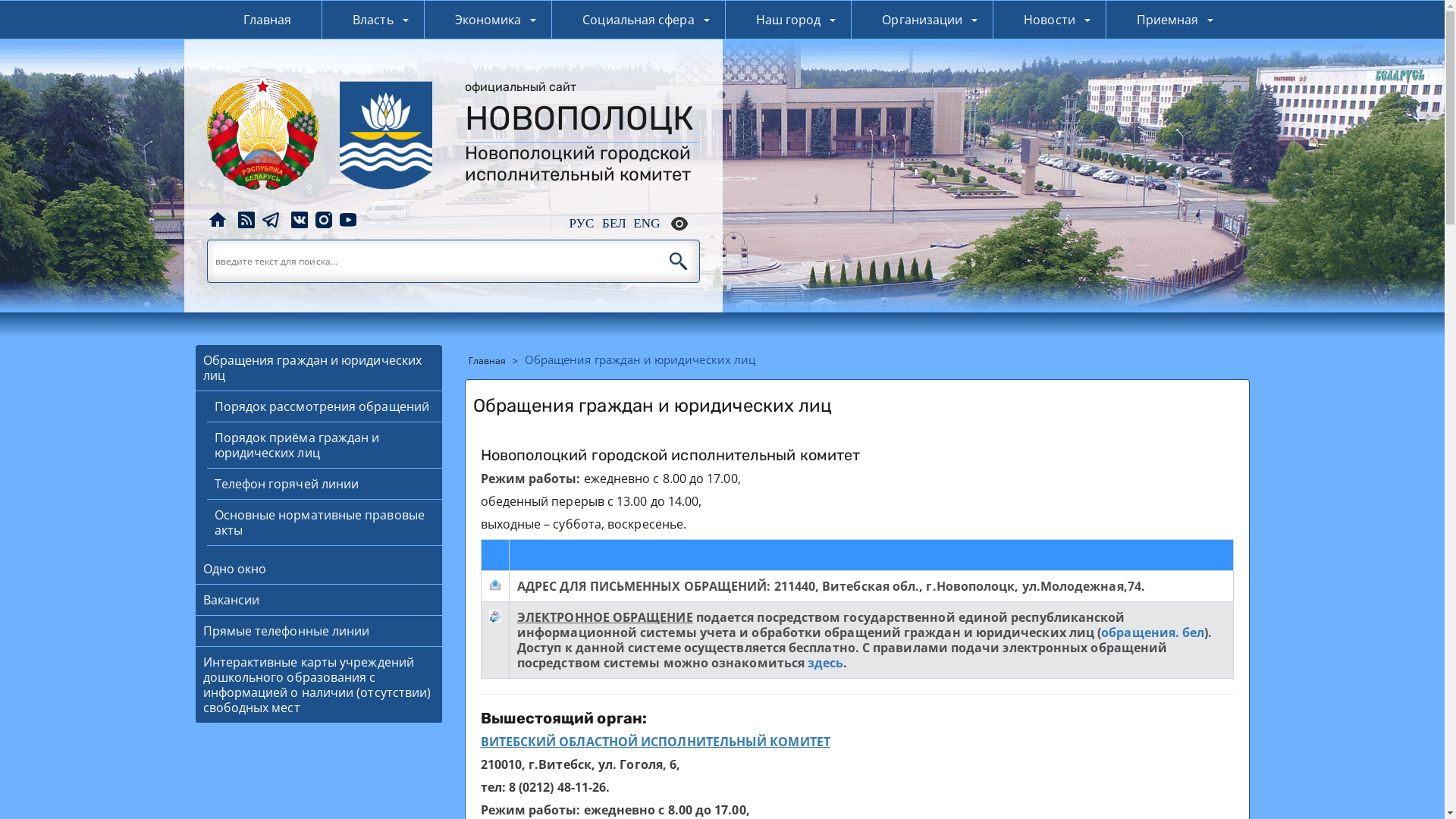  I want to click on 'Telegram', so click(259, 218).